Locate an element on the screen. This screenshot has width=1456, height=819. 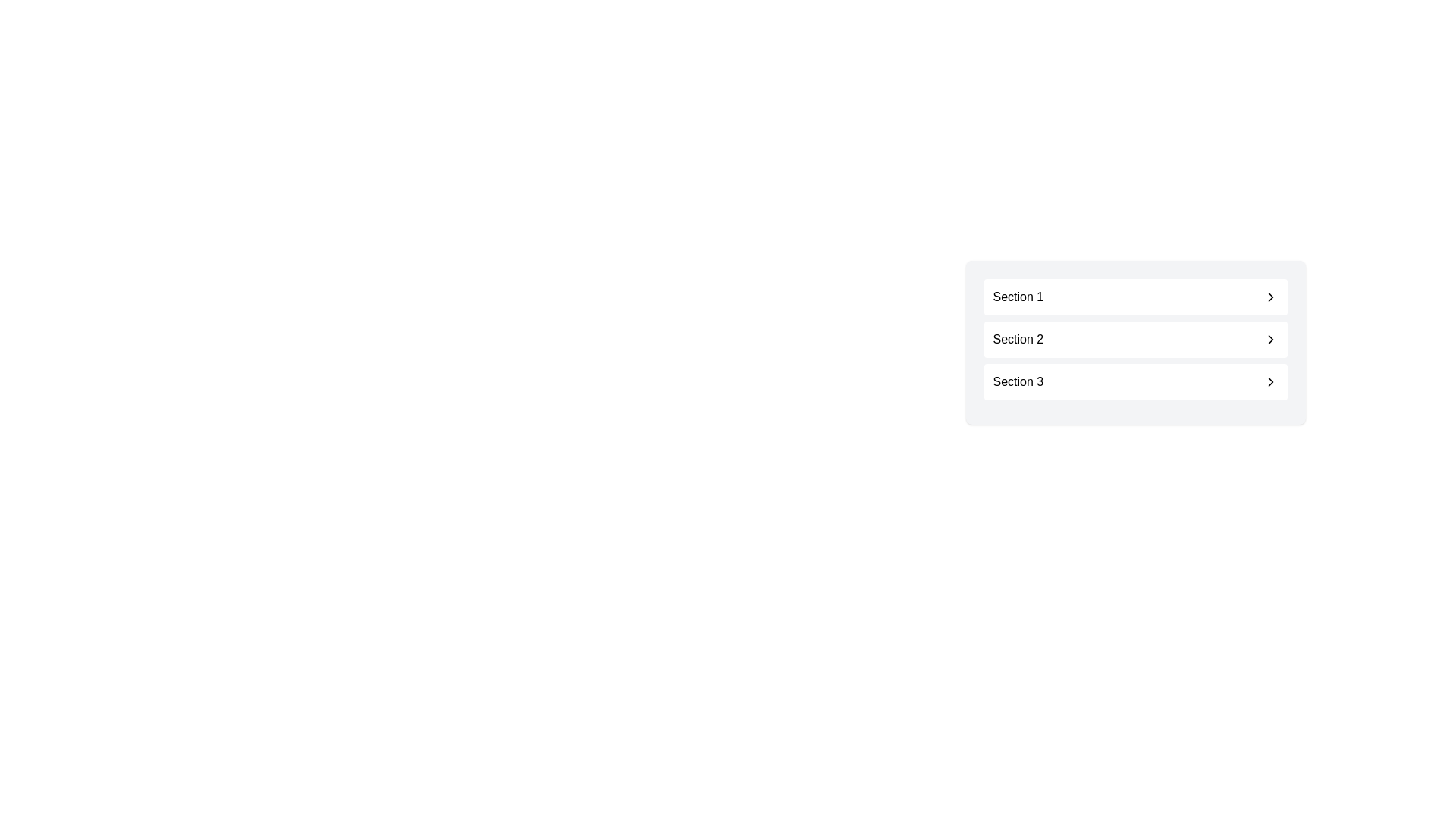
the small right-pointing chevron arrow icon located in the top-right corner of the 'Section 3' box is located at coordinates (1270, 381).